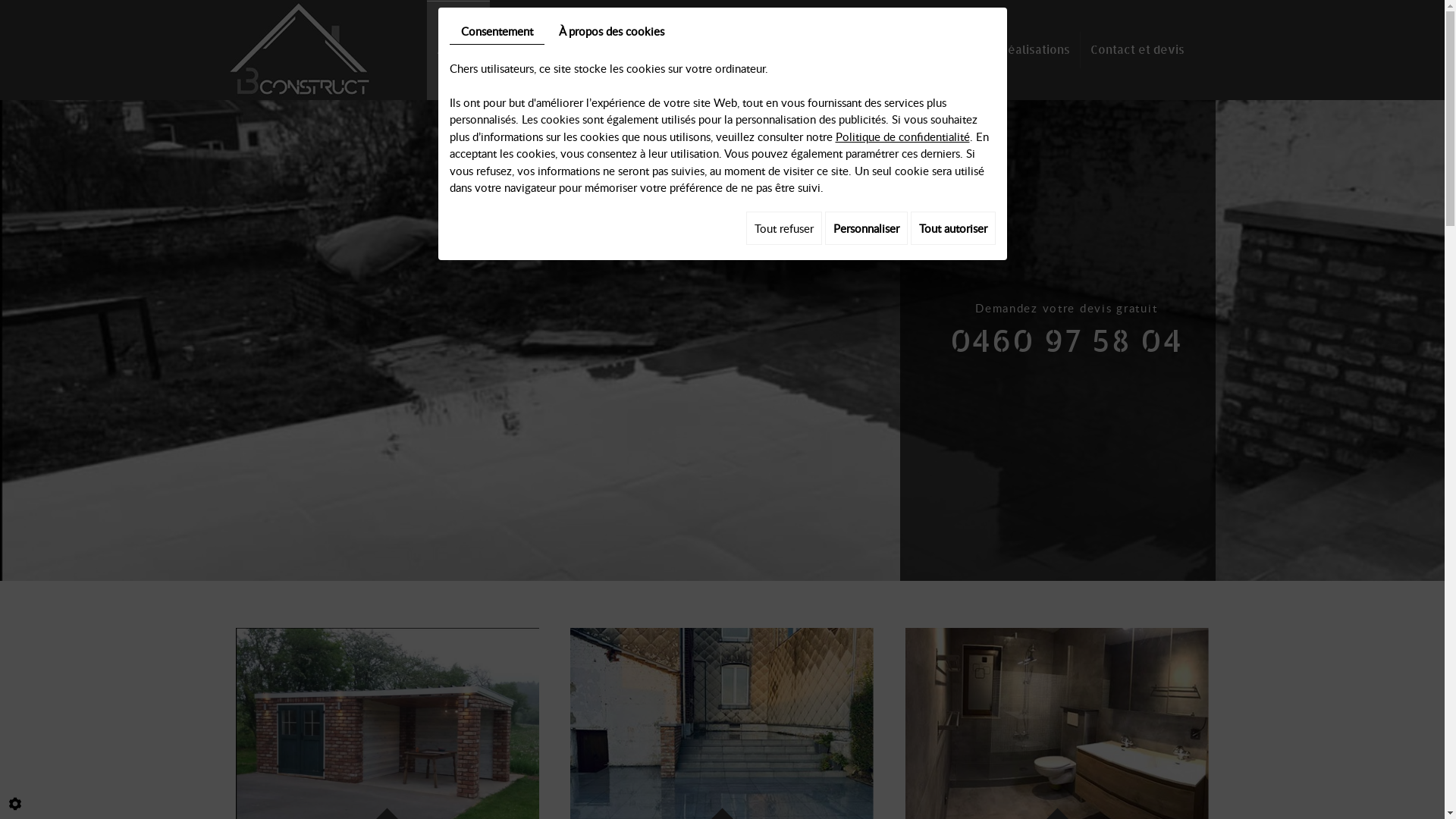 Image resolution: width=1456 pixels, height=819 pixels. Describe the element at coordinates (425, 49) in the screenshot. I see `'Accueil'` at that location.